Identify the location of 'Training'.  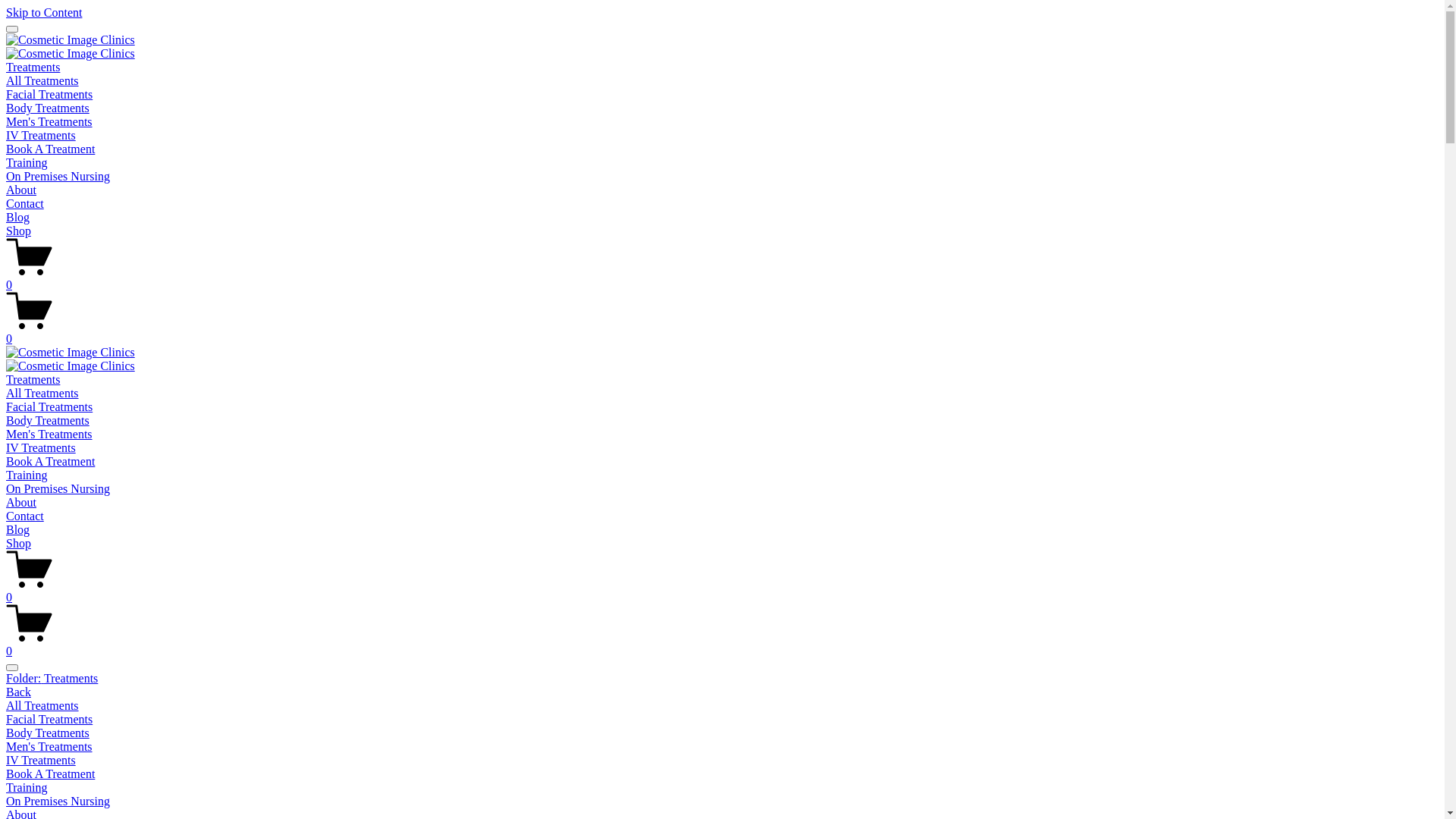
(27, 474).